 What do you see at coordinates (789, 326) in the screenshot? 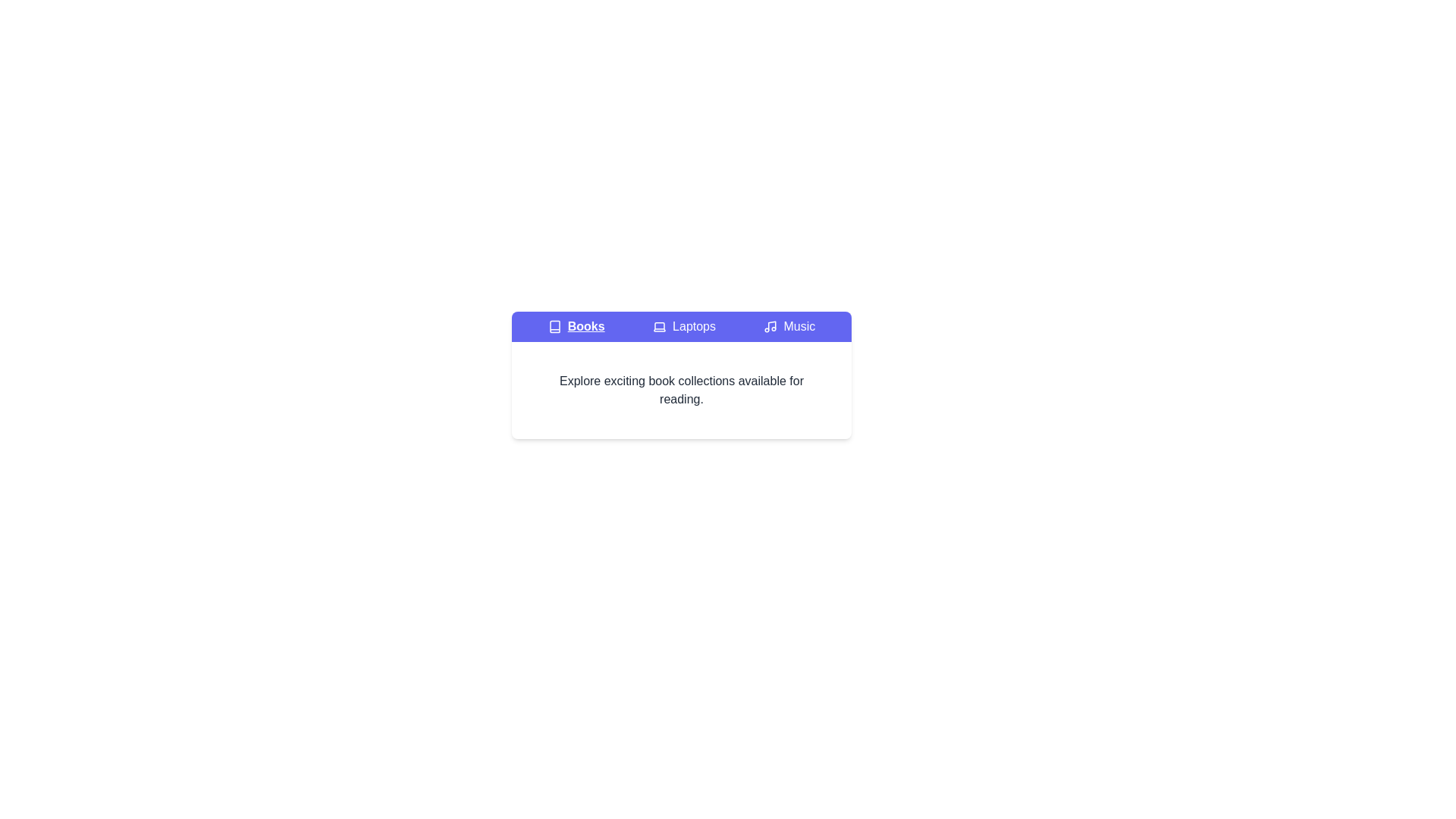
I see `the Music tab` at bounding box center [789, 326].